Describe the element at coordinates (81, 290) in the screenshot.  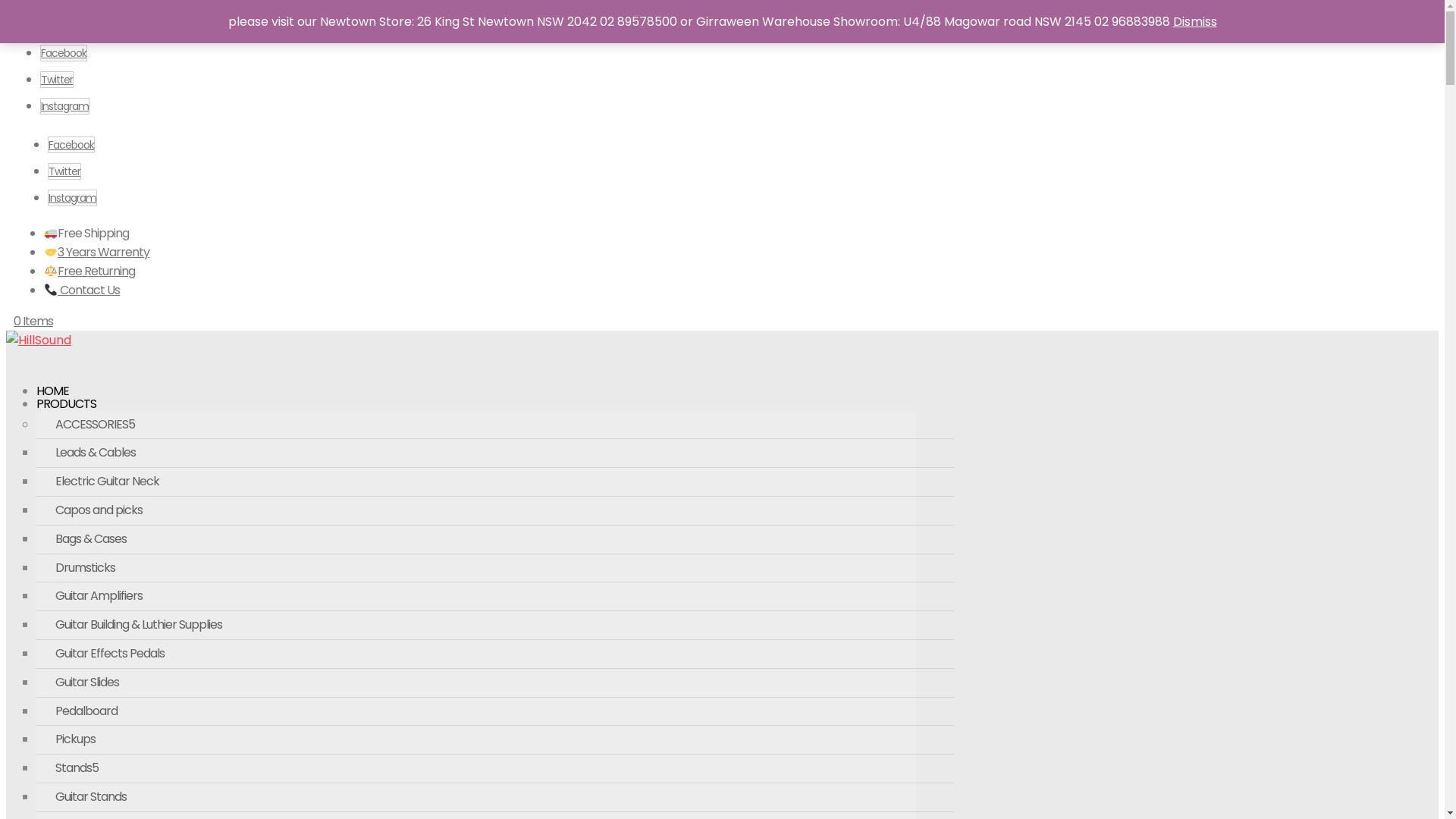
I see `'Contact Us'` at that location.